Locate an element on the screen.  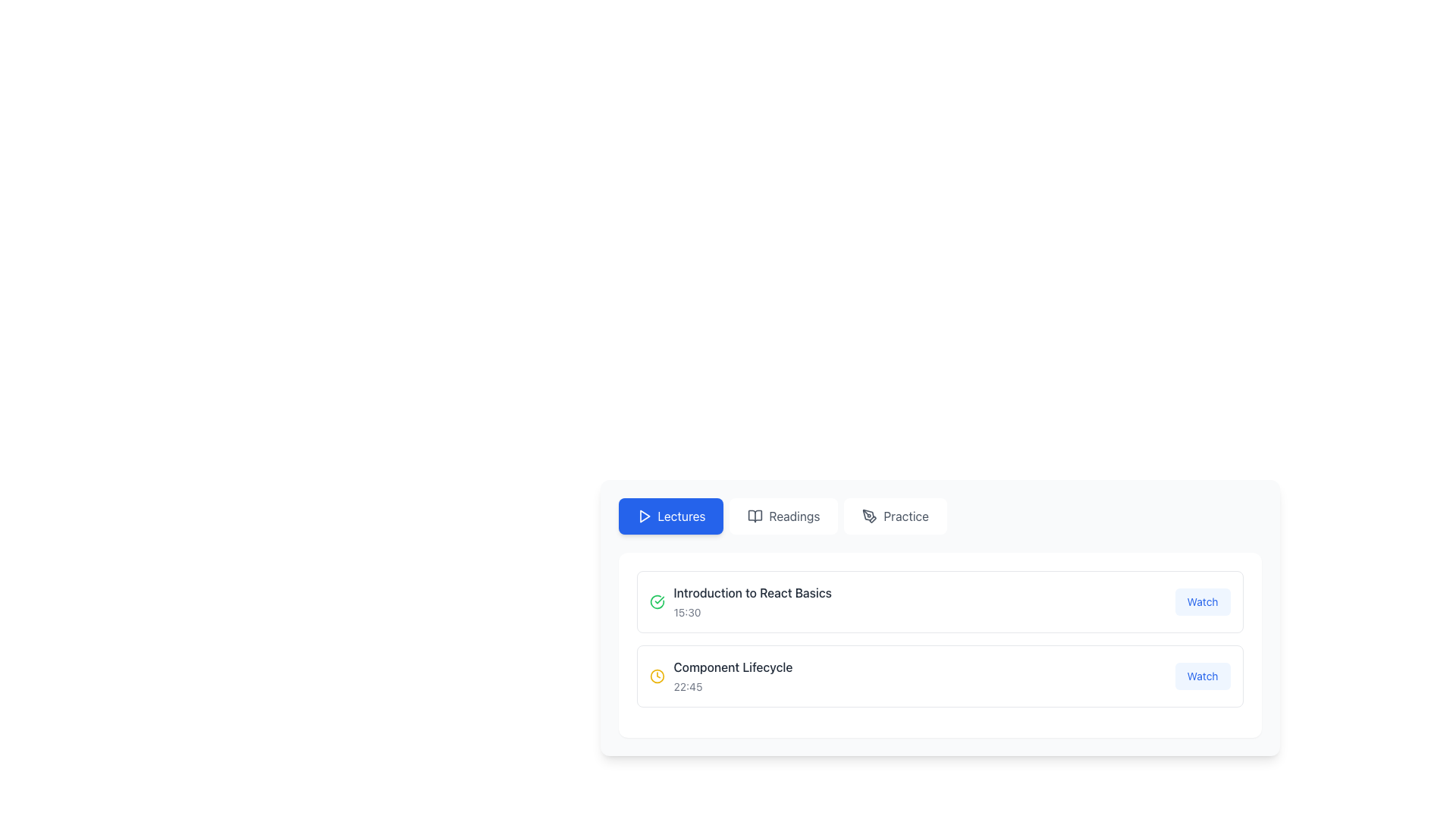
the circular SVG shape that represents a clock boundary, located next to the 'Component Lifecycle' text in the second row of the content section is located at coordinates (657, 675).